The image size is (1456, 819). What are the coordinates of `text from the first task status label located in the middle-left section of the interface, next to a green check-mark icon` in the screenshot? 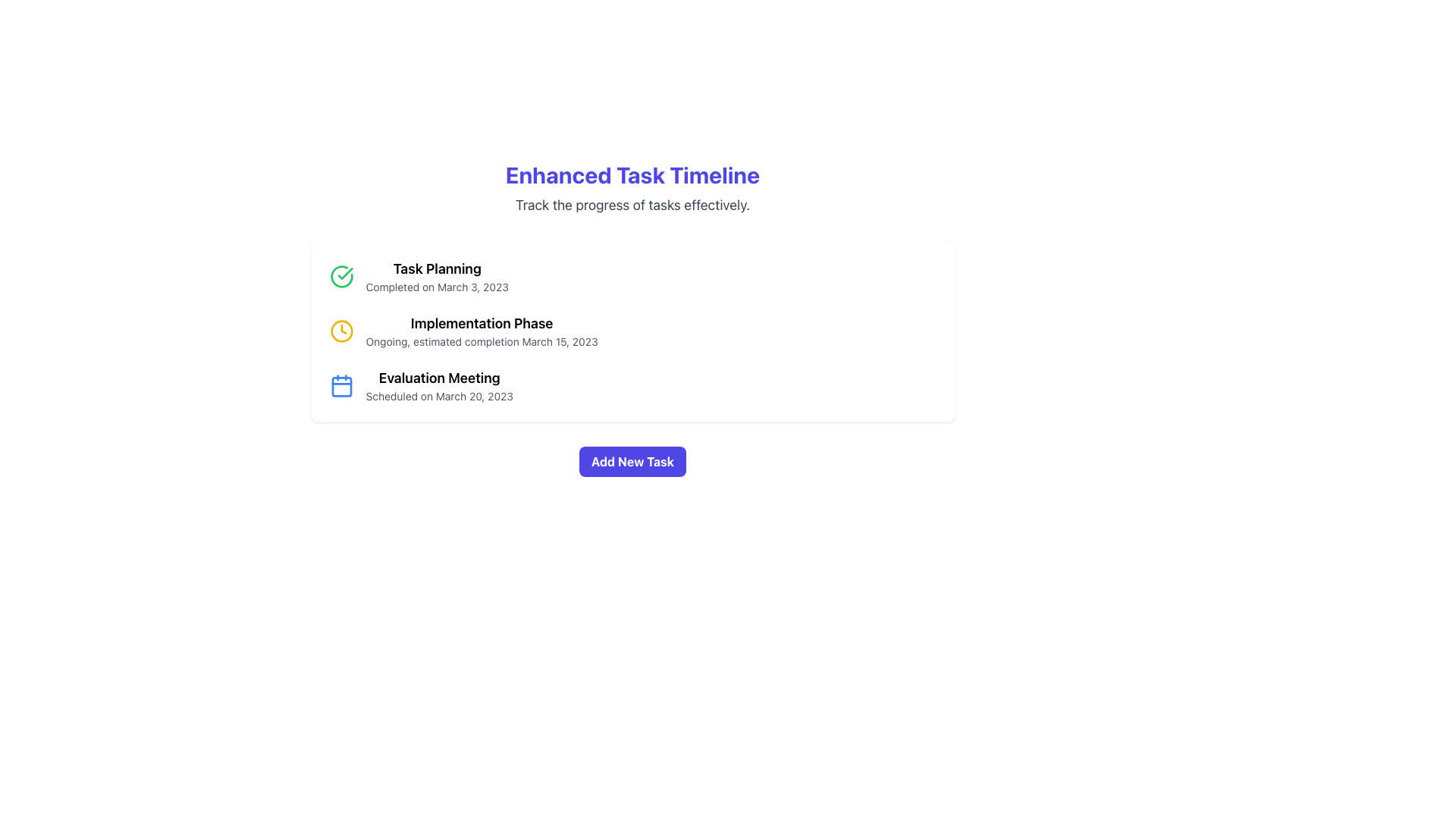 It's located at (436, 277).